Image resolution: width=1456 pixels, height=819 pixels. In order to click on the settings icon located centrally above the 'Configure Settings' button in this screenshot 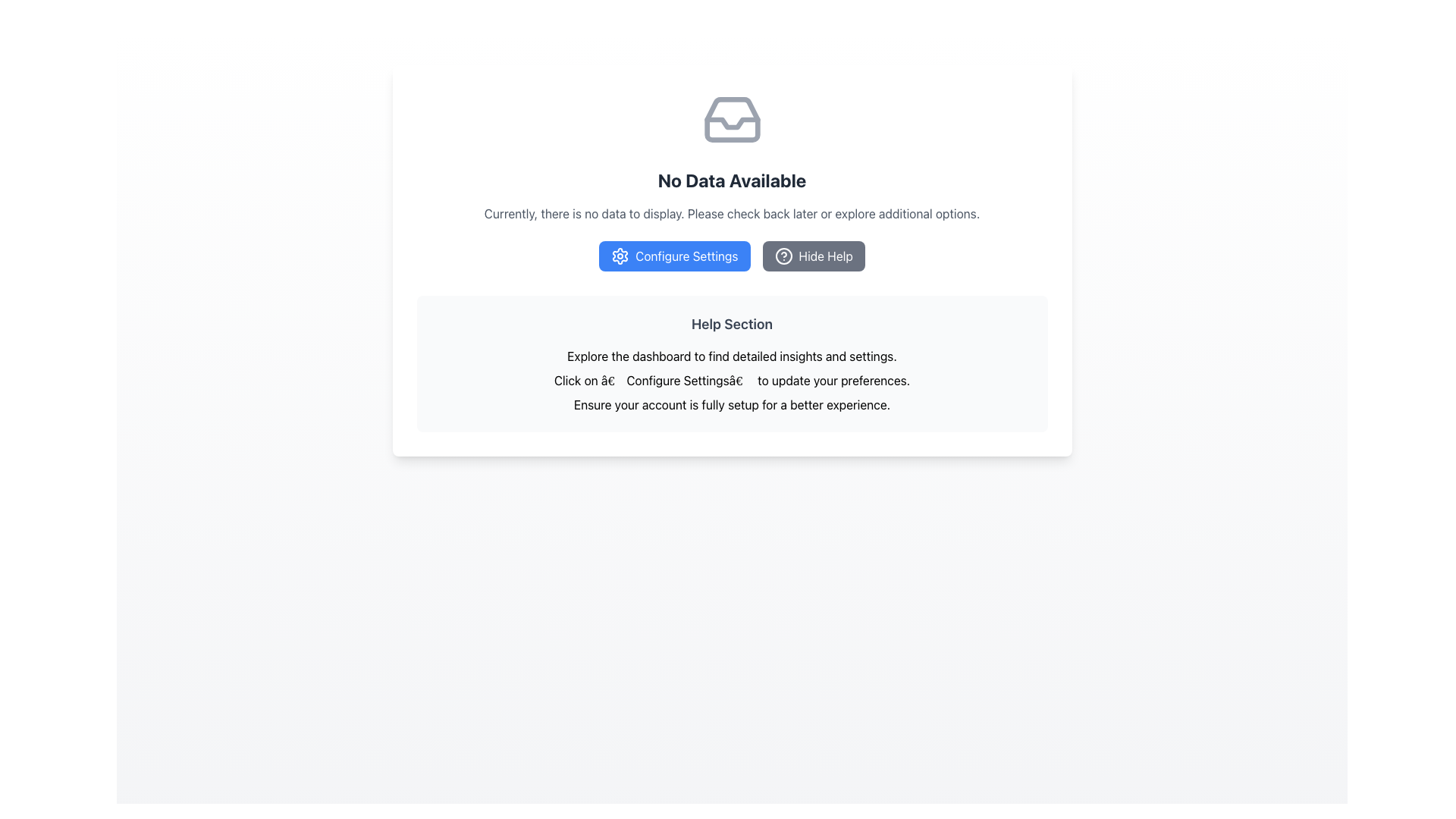, I will do `click(620, 256)`.